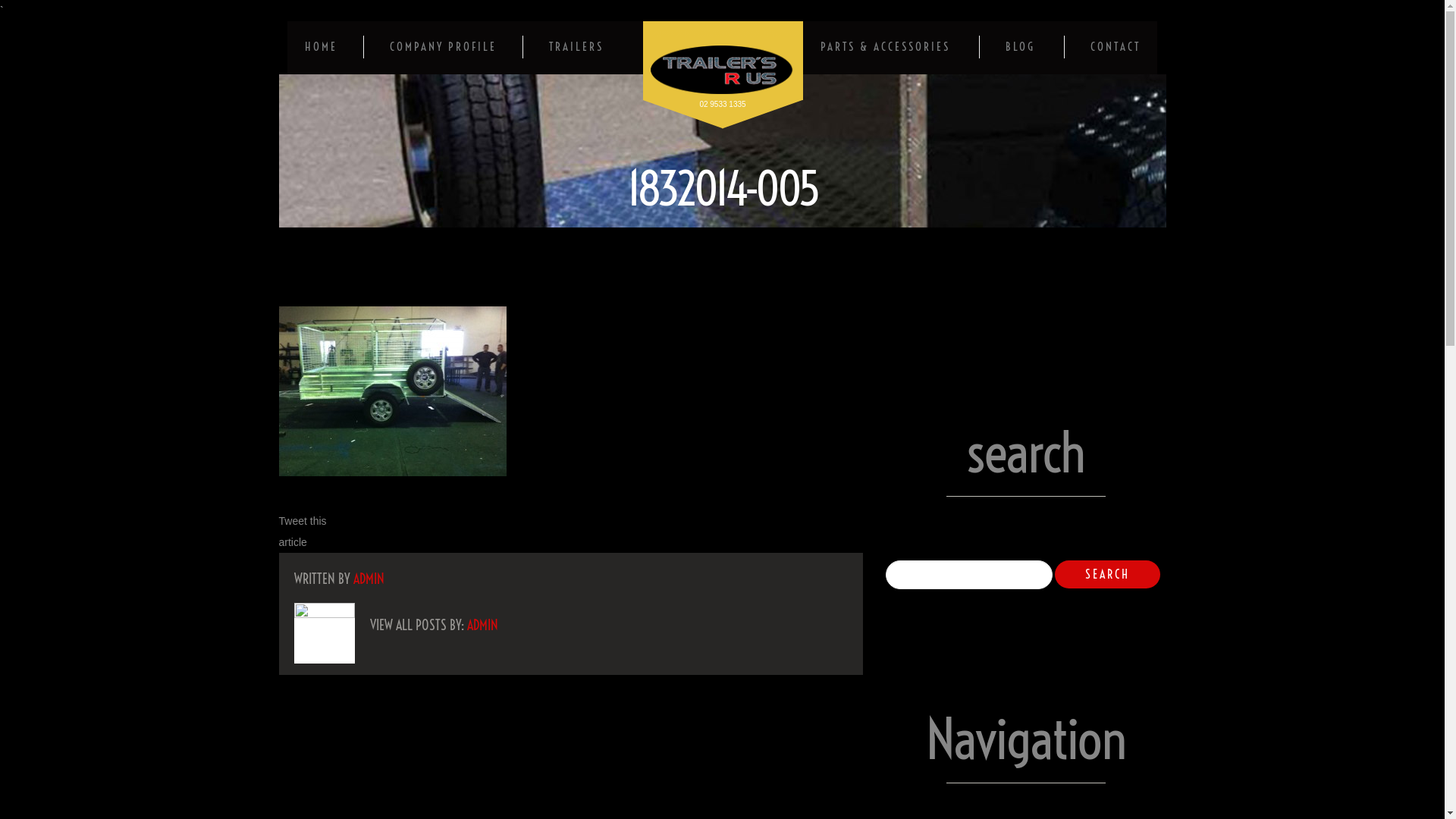 This screenshot has height=819, width=1456. I want to click on 'Tweet this article', so click(303, 531).